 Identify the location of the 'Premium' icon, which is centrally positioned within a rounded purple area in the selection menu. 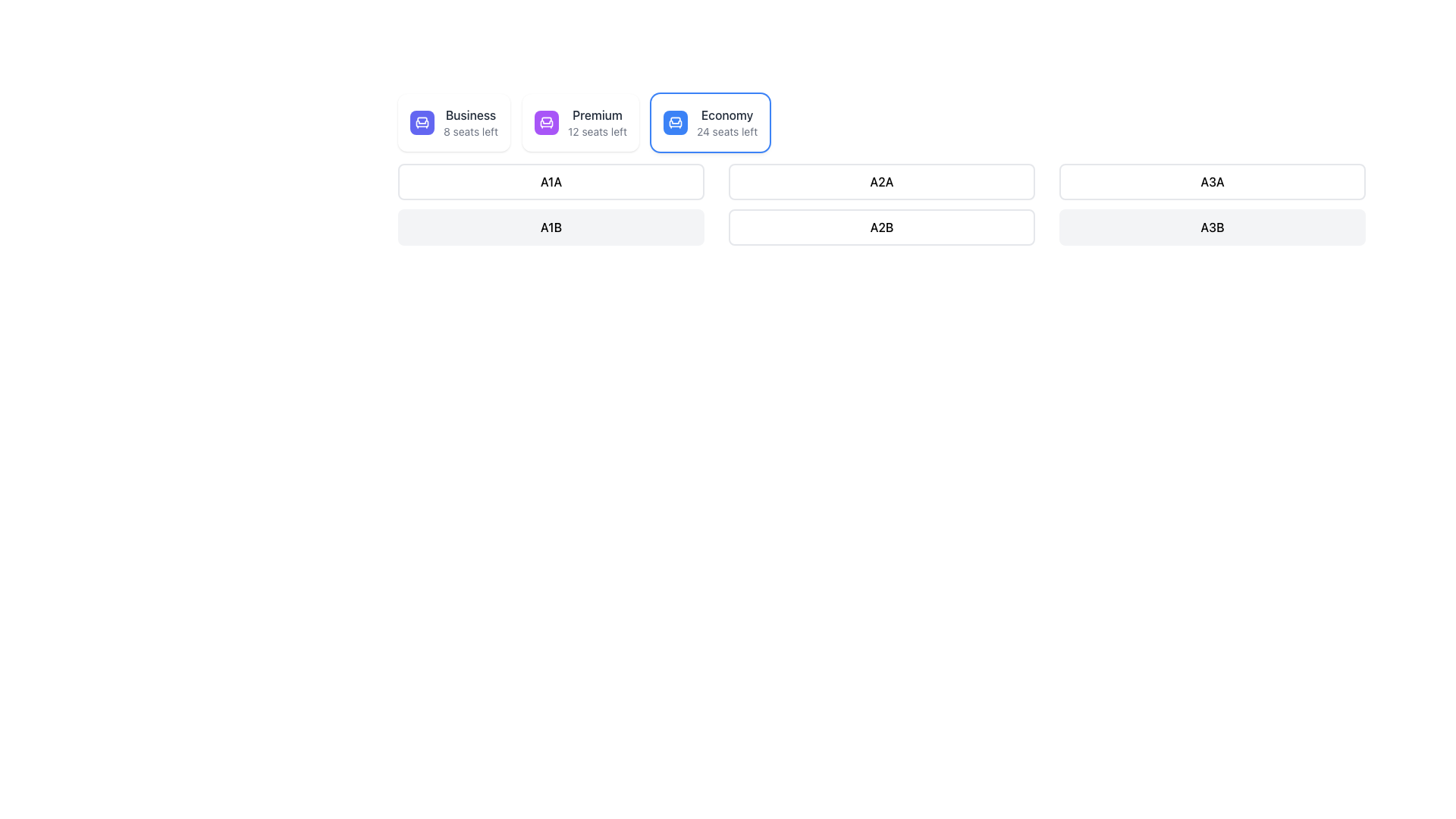
(546, 122).